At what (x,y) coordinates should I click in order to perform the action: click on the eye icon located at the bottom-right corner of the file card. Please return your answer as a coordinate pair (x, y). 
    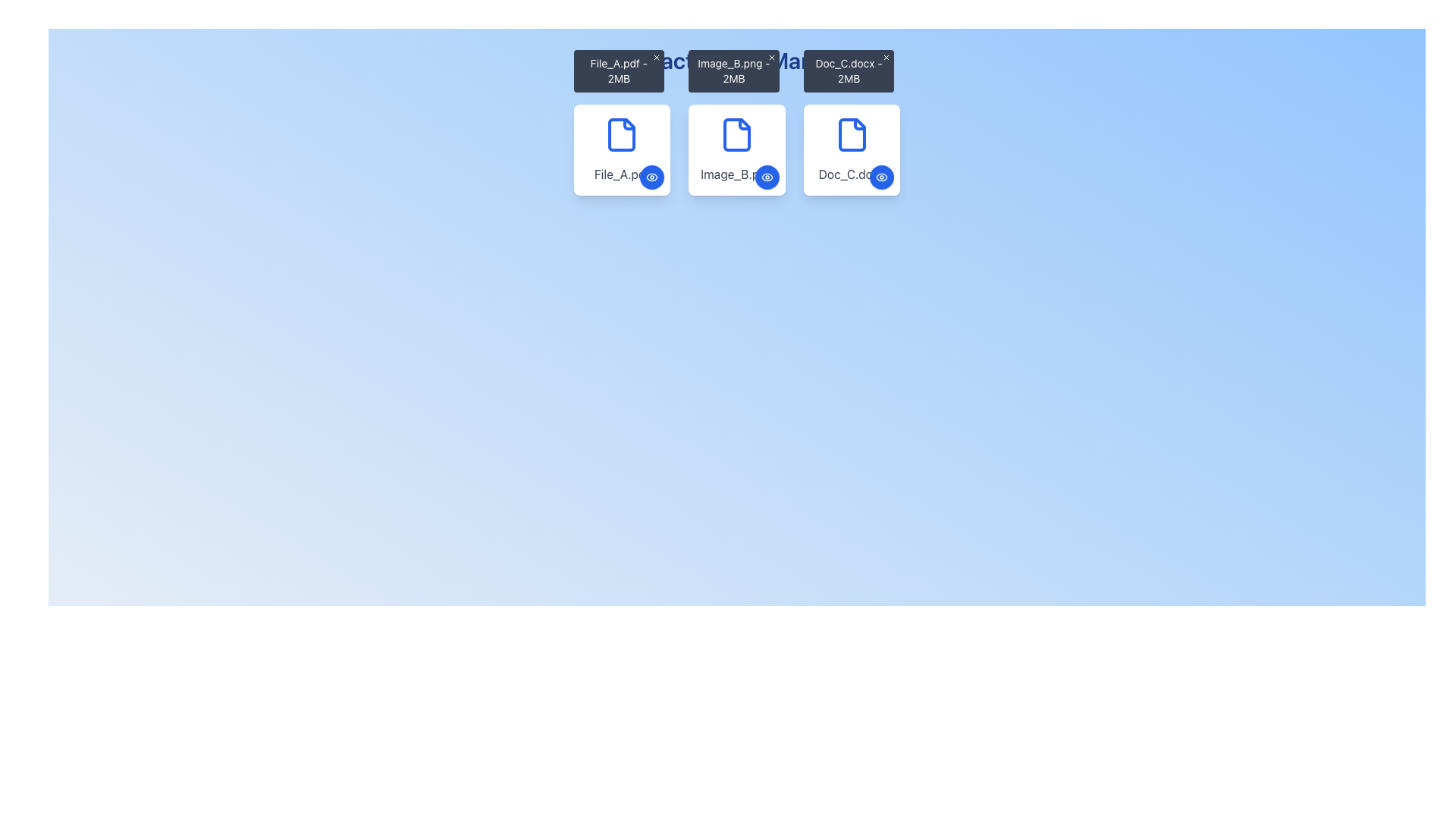
    Looking at the image, I should click on (652, 177).